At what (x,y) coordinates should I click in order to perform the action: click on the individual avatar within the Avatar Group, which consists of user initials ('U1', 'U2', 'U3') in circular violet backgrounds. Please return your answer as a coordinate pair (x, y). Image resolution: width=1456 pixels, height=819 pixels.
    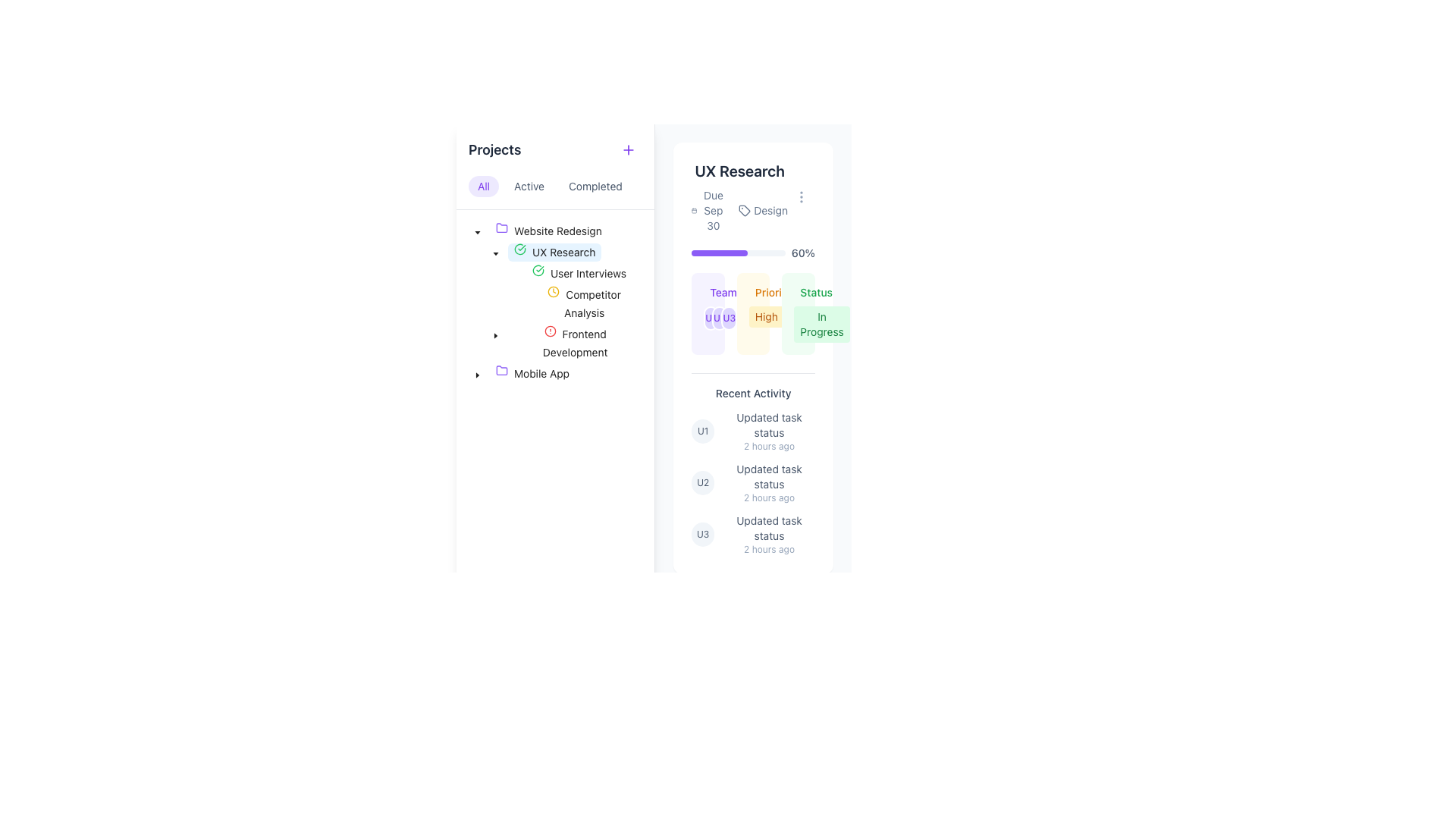
    Looking at the image, I should click on (708, 312).